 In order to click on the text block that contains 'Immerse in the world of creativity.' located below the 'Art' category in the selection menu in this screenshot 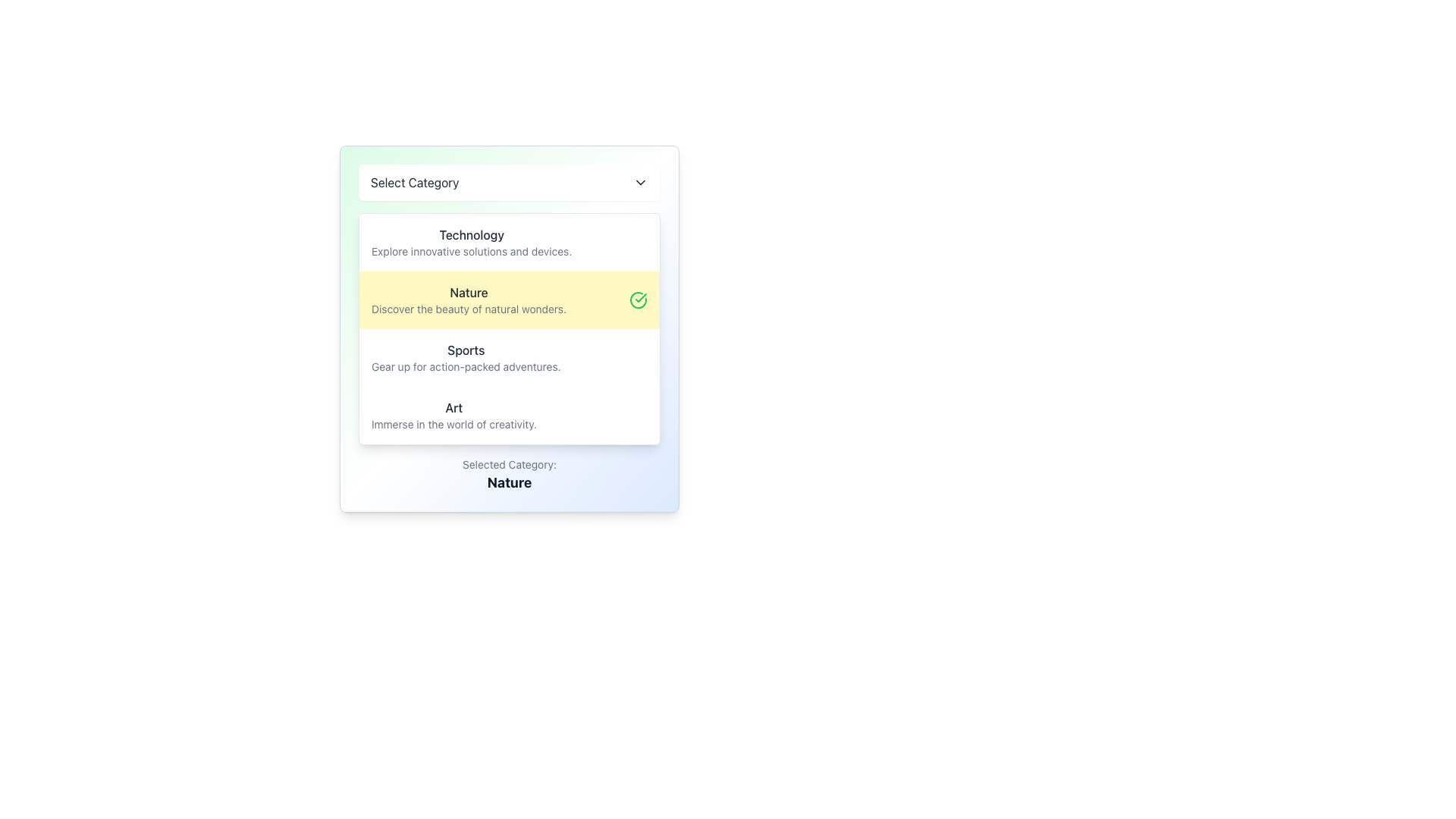, I will do `click(453, 424)`.